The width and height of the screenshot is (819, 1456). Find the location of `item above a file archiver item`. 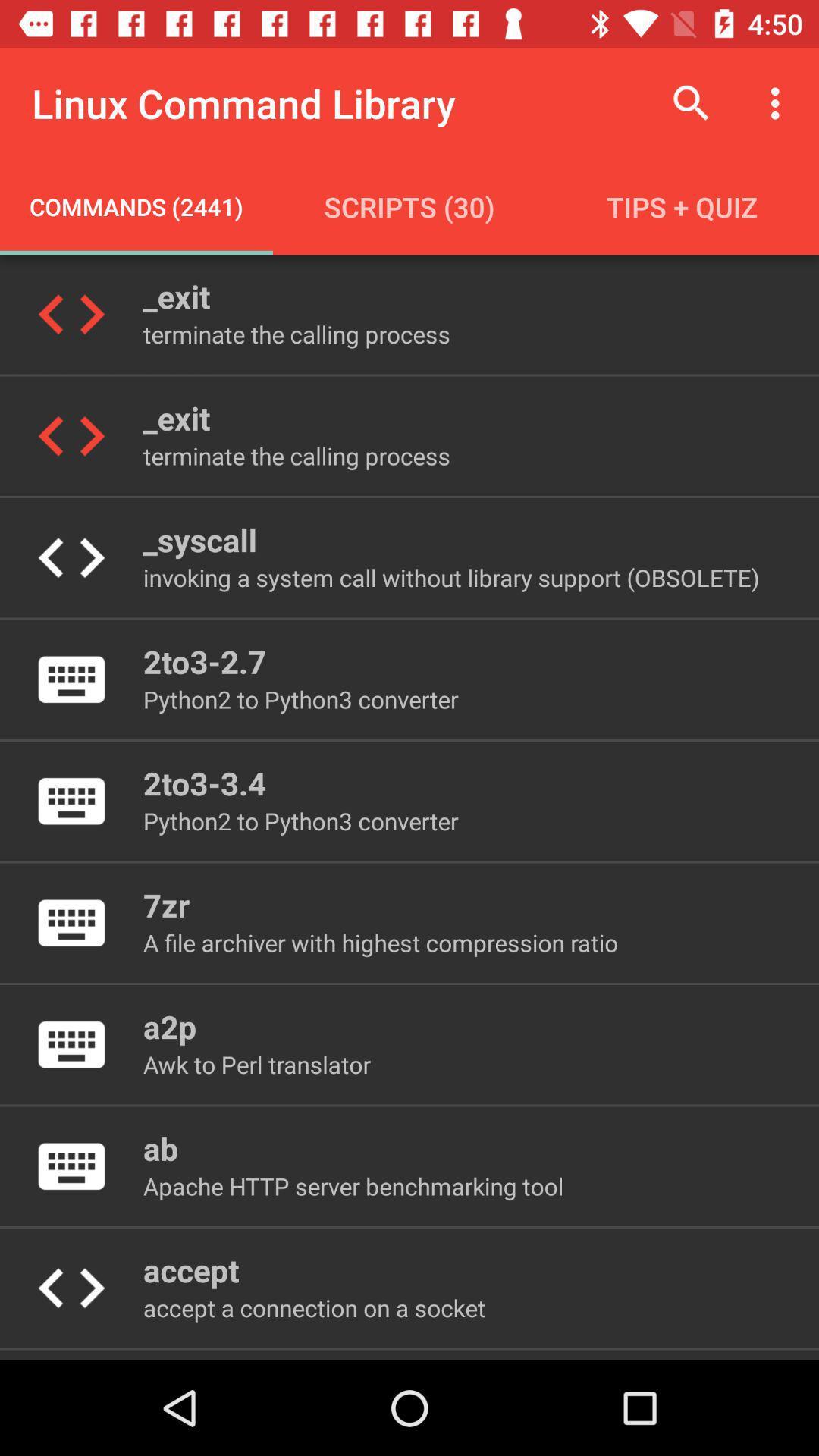

item above a file archiver item is located at coordinates (166, 905).